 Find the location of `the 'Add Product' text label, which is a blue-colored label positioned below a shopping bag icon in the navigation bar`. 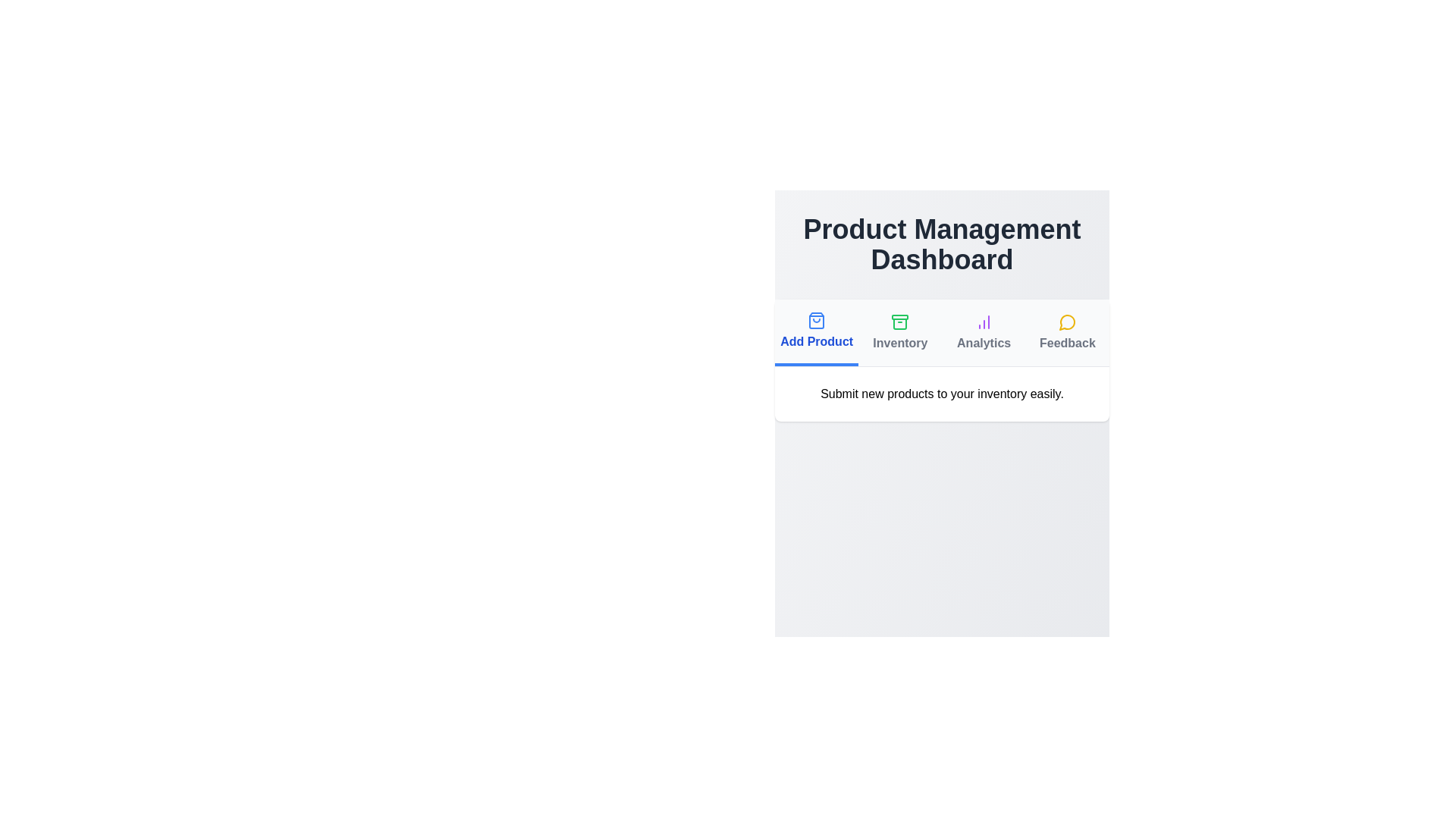

the 'Add Product' text label, which is a blue-colored label positioned below a shopping bag icon in the navigation bar is located at coordinates (816, 342).